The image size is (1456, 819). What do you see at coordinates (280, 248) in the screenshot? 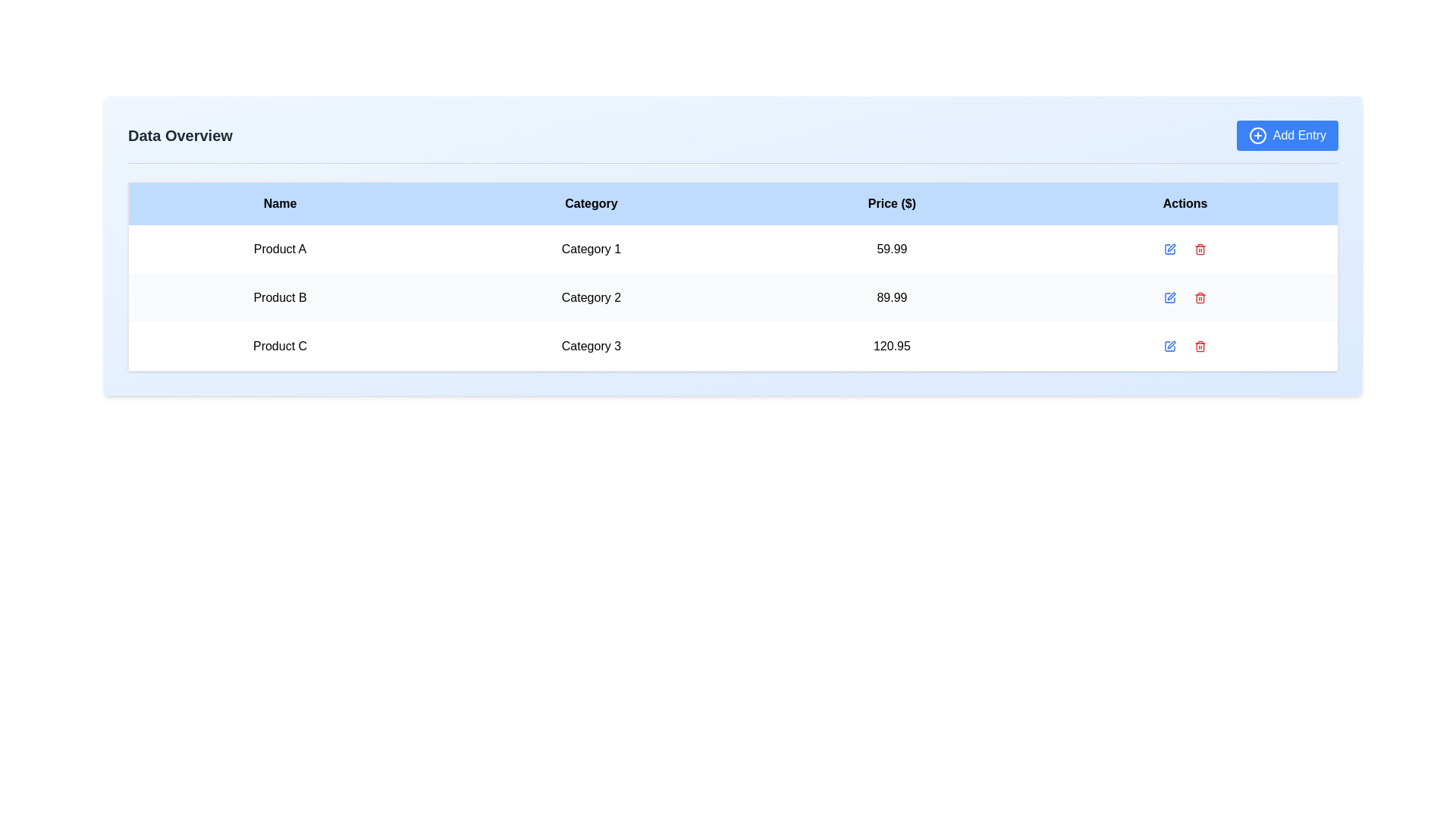
I see `the text label 'Product A' located in the first row of the table under the 'Name' column` at bounding box center [280, 248].